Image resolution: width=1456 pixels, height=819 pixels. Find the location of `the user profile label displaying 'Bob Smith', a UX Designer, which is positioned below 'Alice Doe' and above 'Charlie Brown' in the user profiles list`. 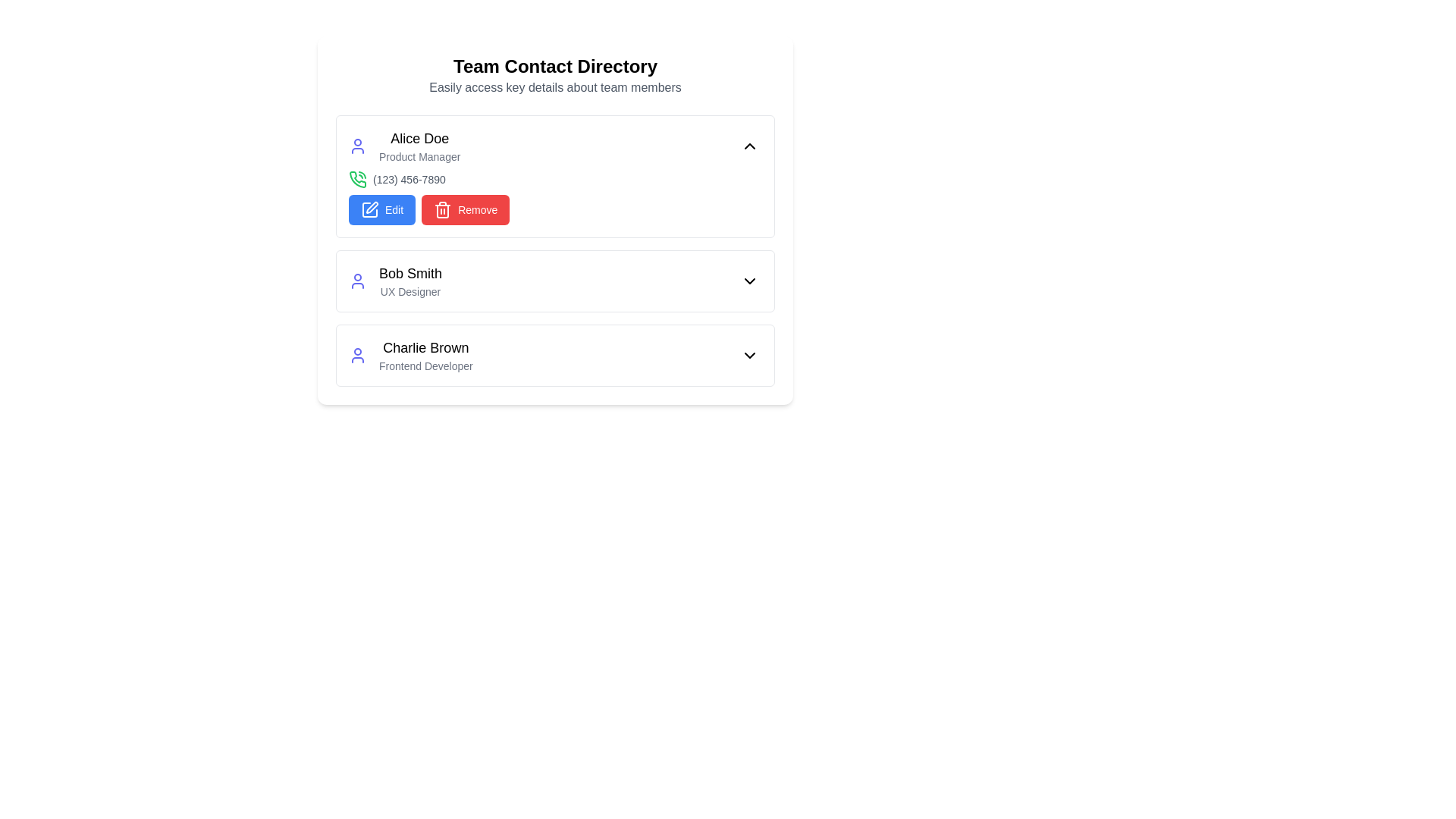

the user profile label displaying 'Bob Smith', a UX Designer, which is positioned below 'Alice Doe' and above 'Charlie Brown' in the user profiles list is located at coordinates (395, 281).